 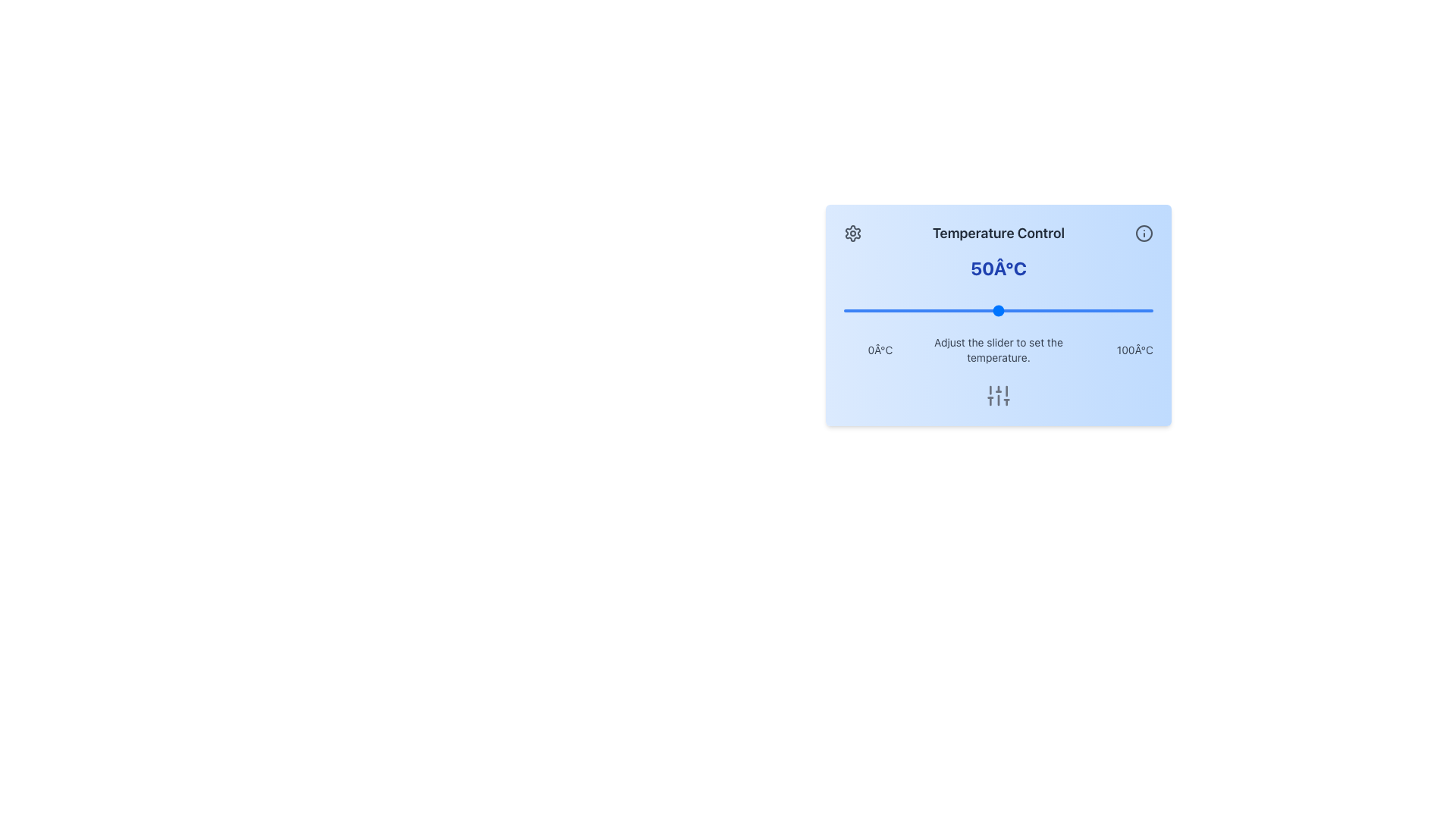 I want to click on the instructional text element that guides users about the functionality of the temperature slider, located between '0°C' and '100°C', so click(x=998, y=350).